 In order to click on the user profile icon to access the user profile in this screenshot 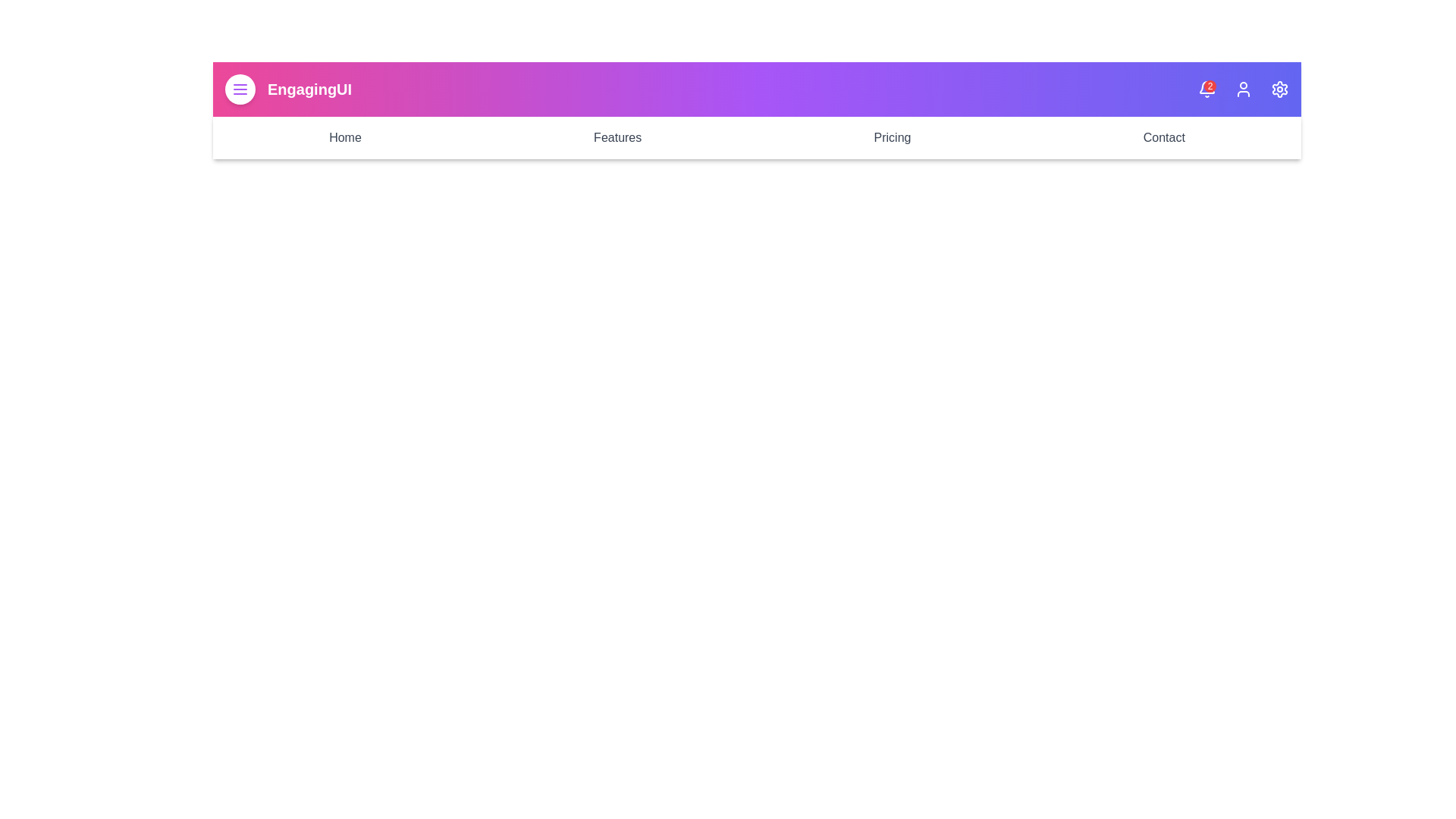, I will do `click(1244, 89)`.